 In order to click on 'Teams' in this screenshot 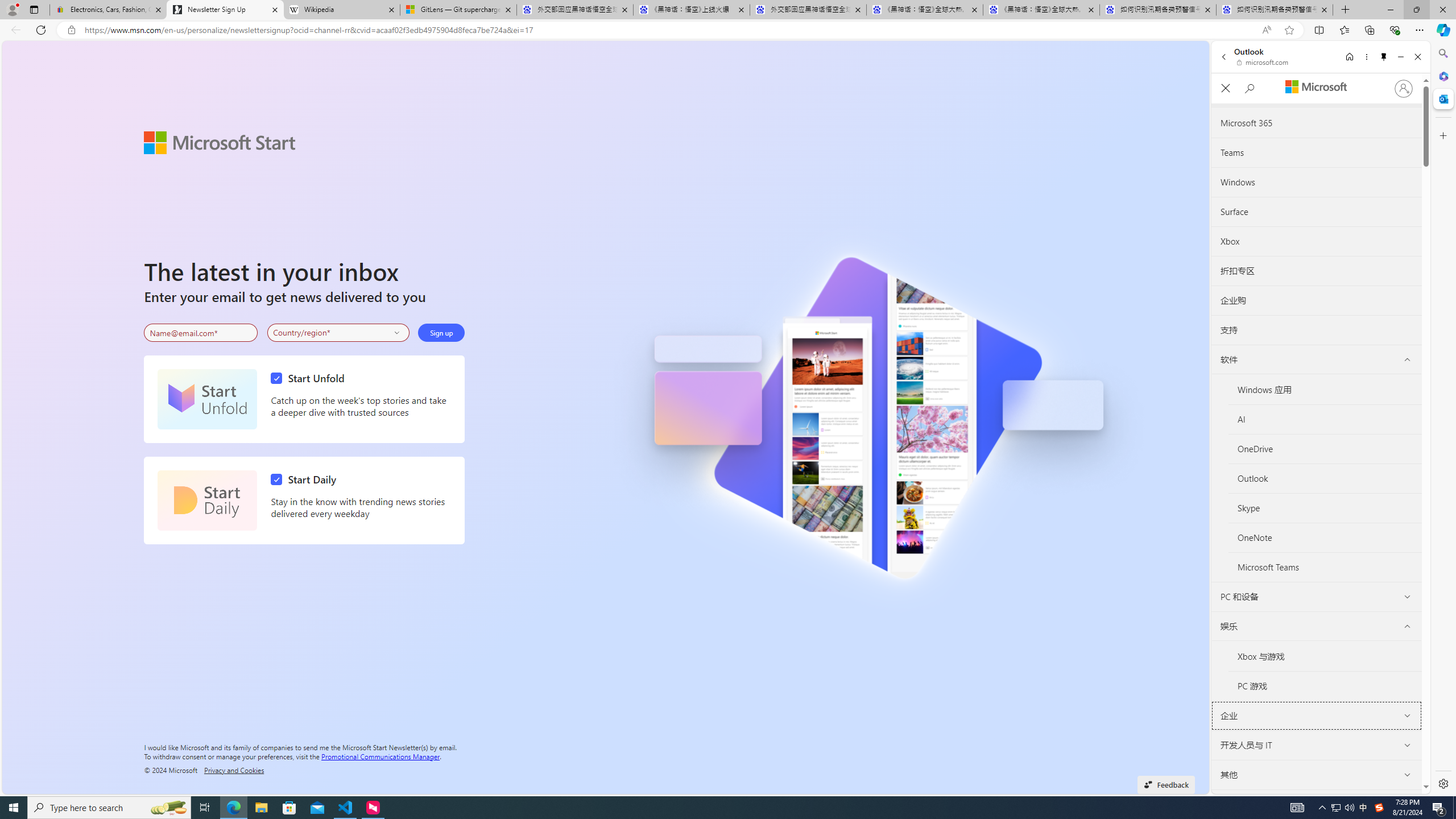, I will do `click(1317, 152)`.